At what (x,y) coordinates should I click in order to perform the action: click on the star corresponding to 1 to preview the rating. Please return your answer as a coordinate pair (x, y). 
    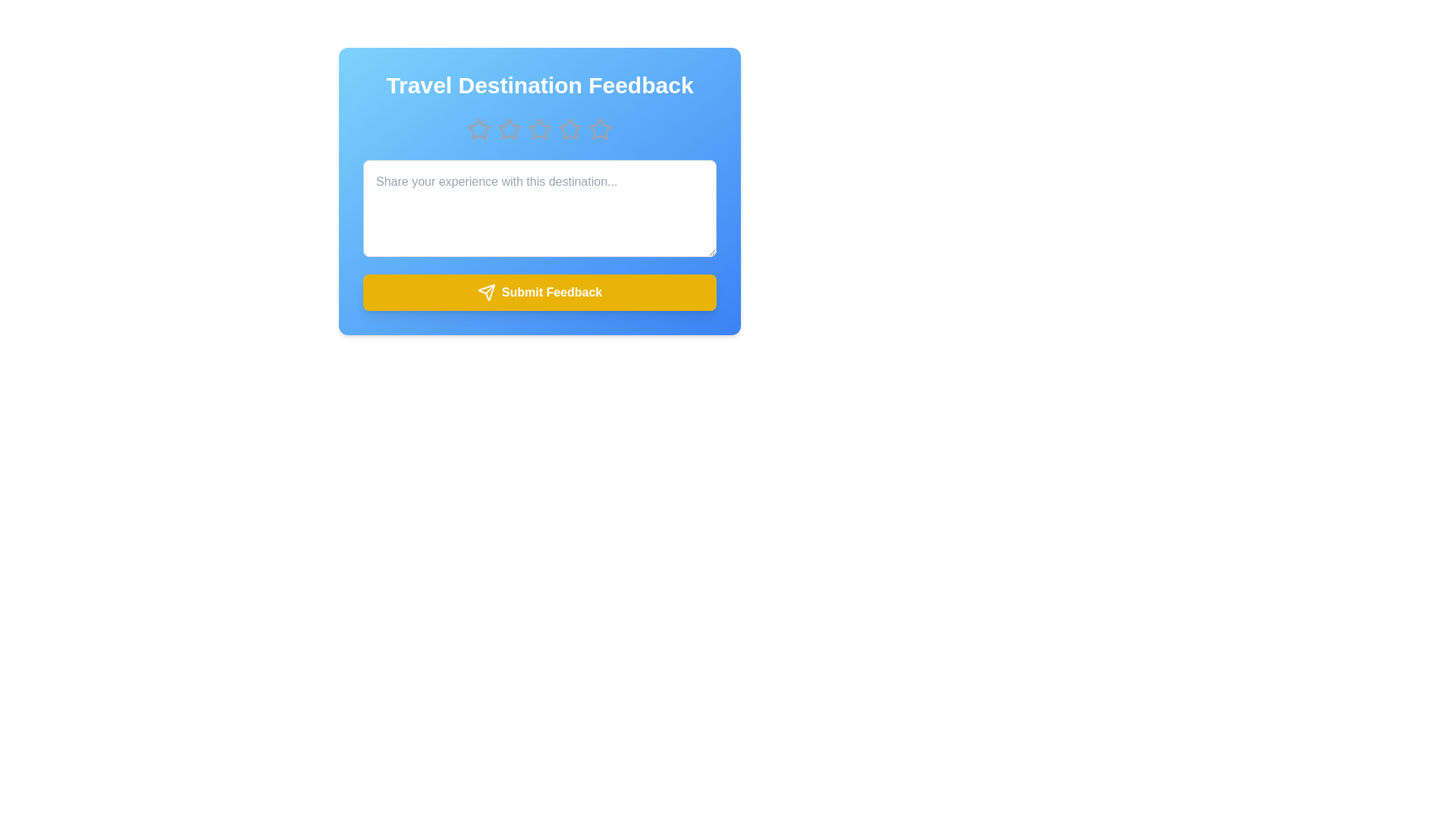
    Looking at the image, I should click on (479, 128).